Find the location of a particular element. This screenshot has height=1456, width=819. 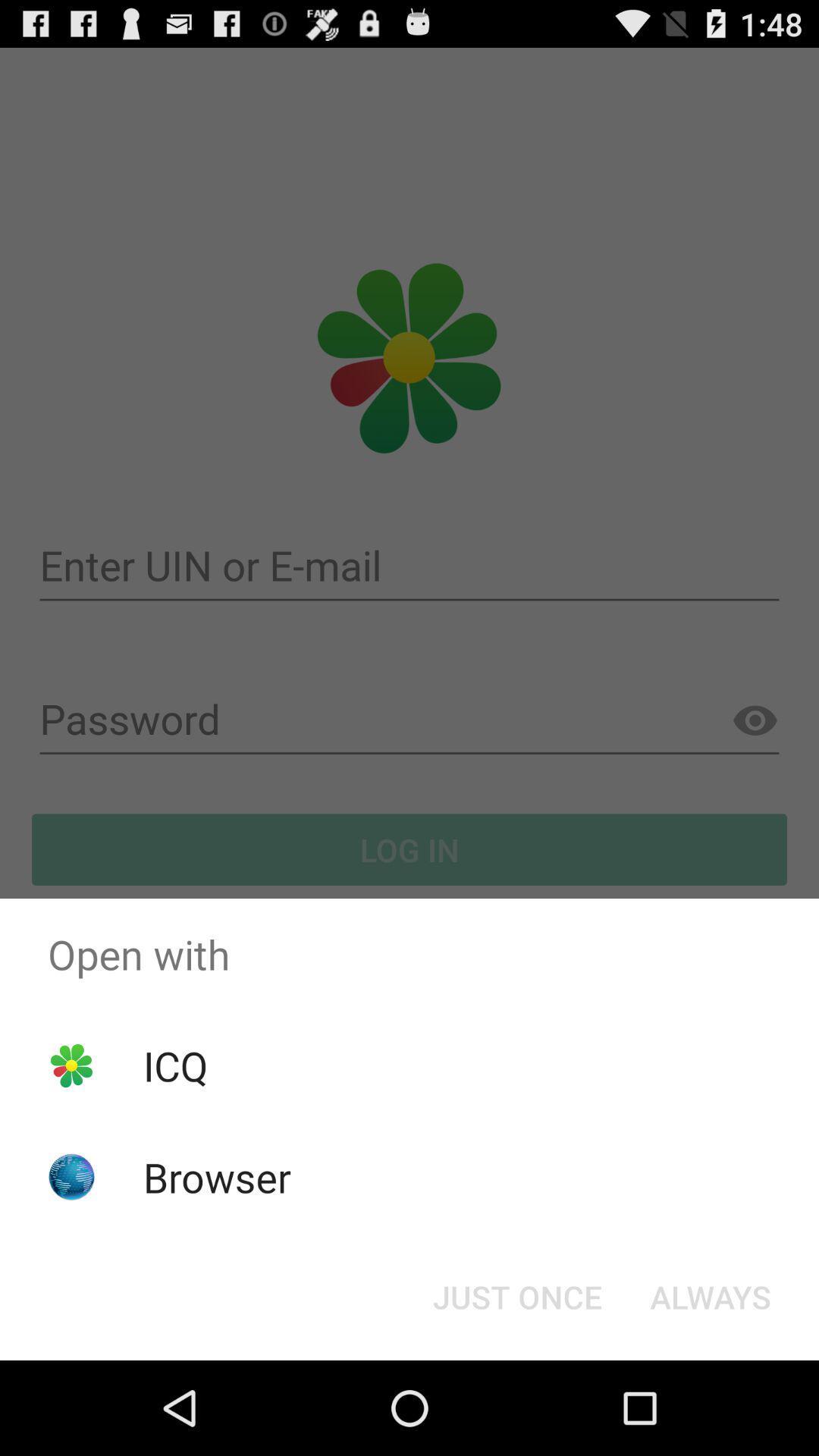

item below open with icon is located at coordinates (516, 1295).